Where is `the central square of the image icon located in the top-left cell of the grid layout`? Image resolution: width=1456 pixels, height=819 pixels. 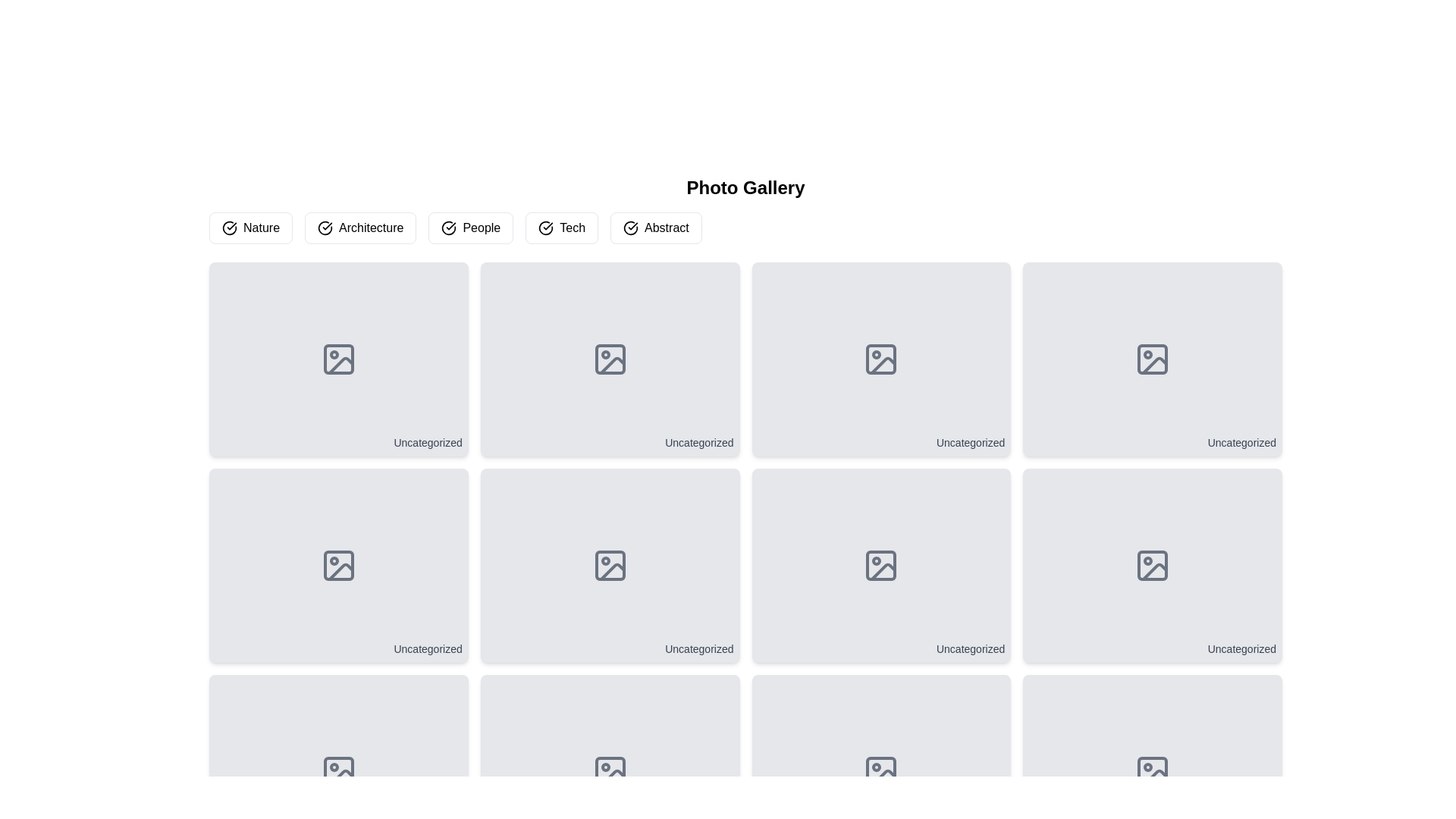
the central square of the image icon located in the top-left cell of the grid layout is located at coordinates (337, 359).